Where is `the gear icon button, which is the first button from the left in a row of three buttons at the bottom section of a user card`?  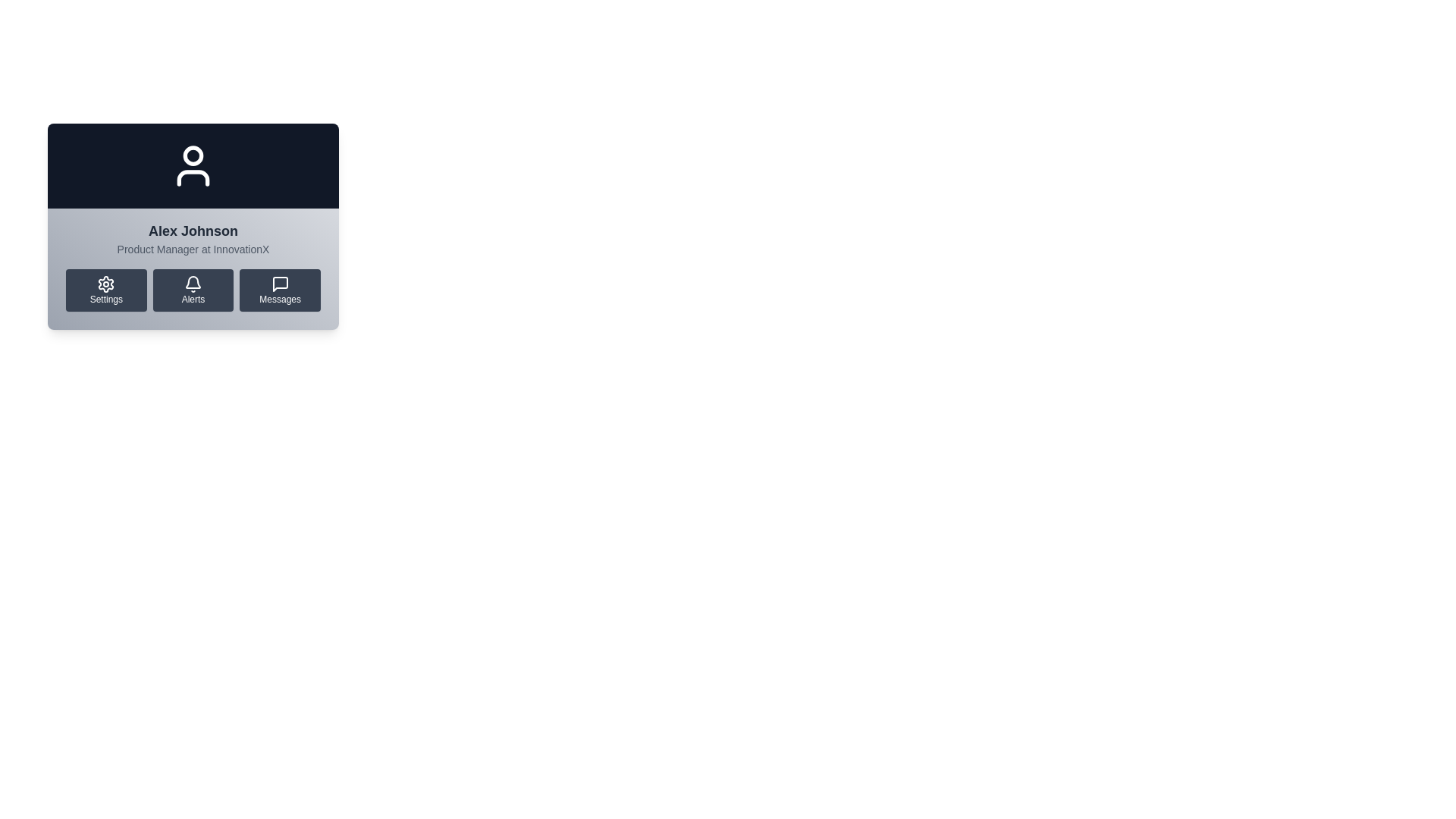 the gear icon button, which is the first button from the left in a row of three buttons at the bottom section of a user card is located at coordinates (105, 284).